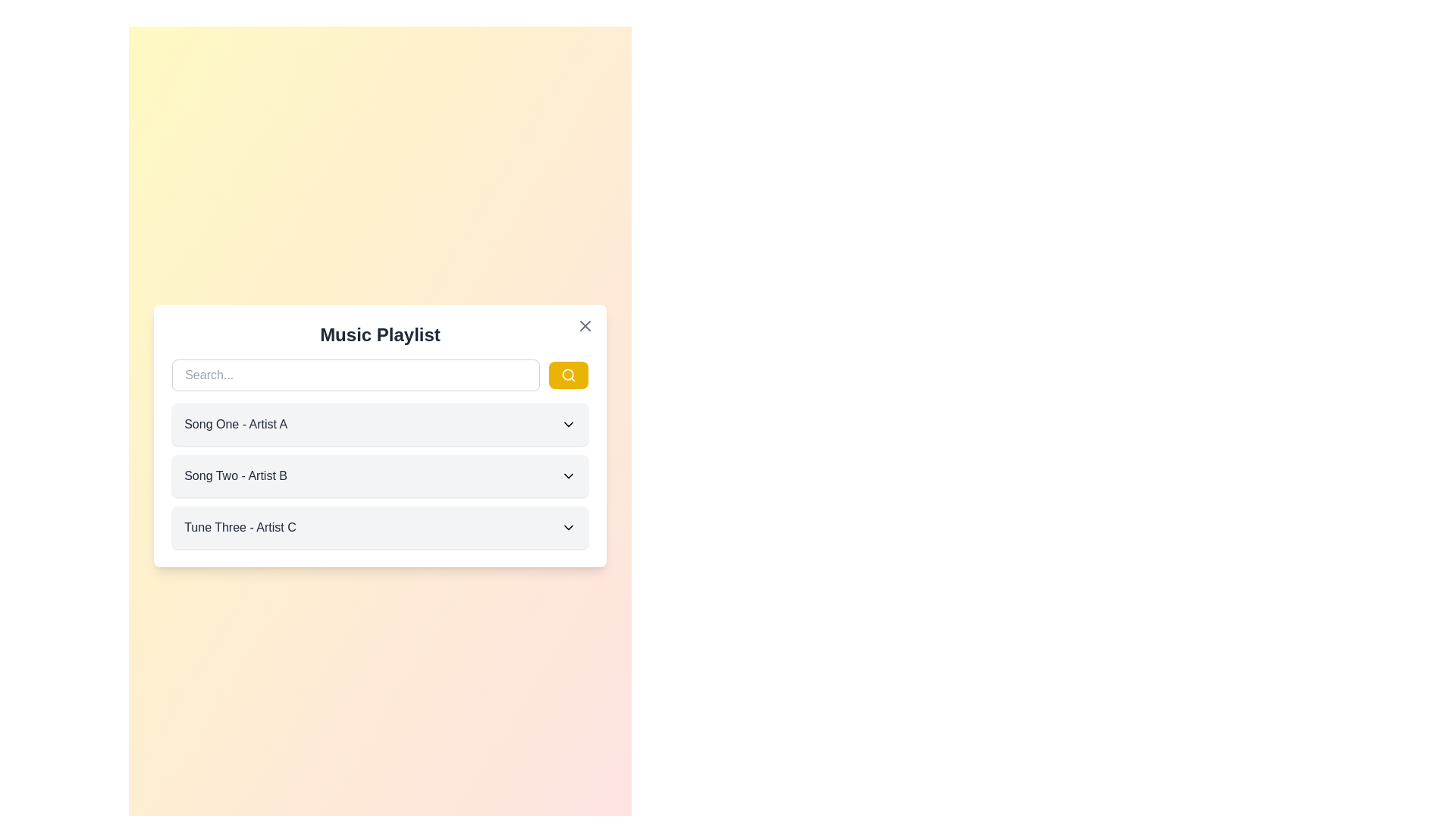 The image size is (1456, 819). Describe the element at coordinates (380, 475) in the screenshot. I see `the List item representing 'Song Two - Artist B' in the 'Music Playlist'` at that location.